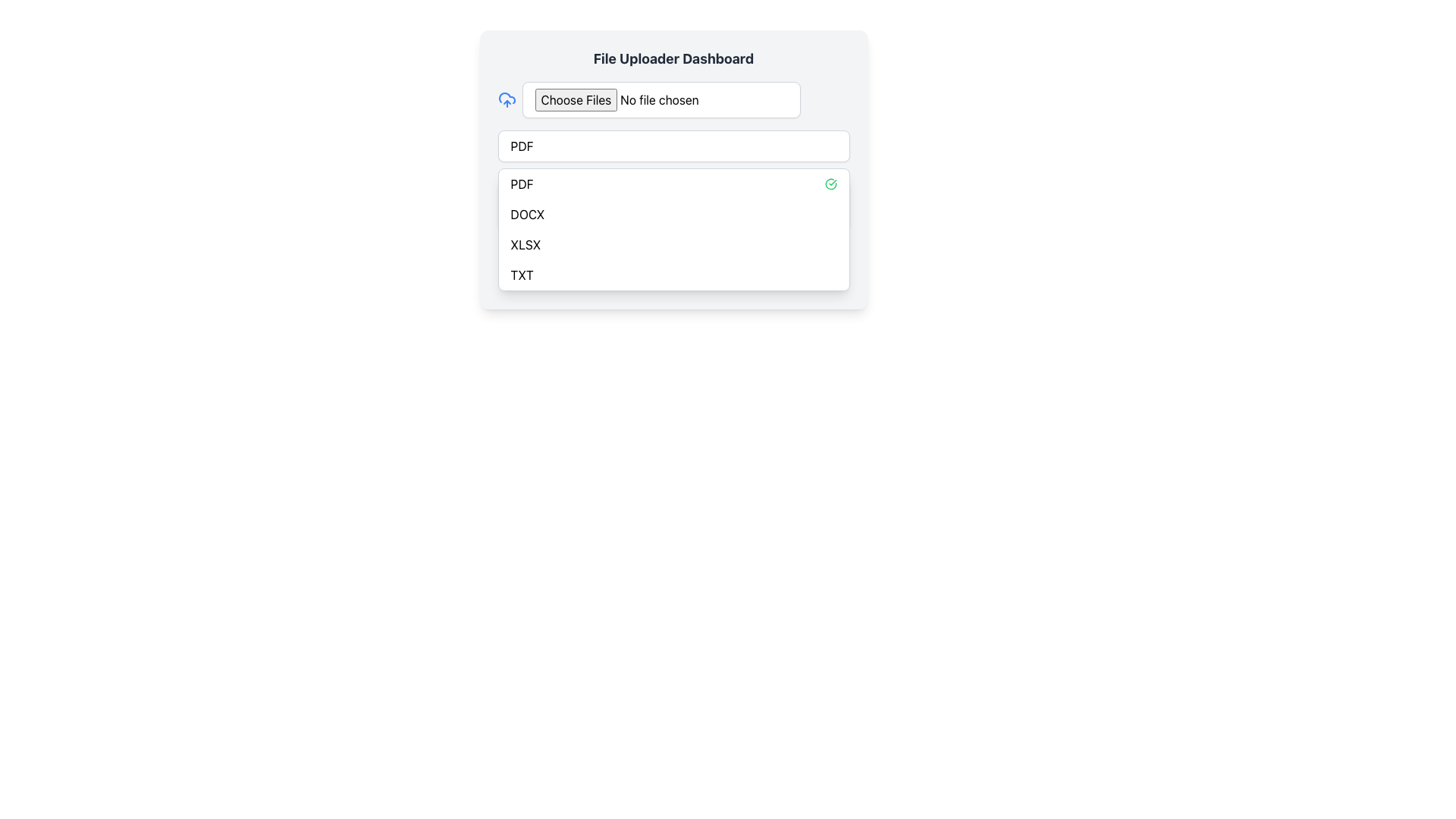 This screenshot has height=819, width=1456. I want to click on the file selector input within the 'File Uploader Dashboard' panel to upload files, so click(673, 169).